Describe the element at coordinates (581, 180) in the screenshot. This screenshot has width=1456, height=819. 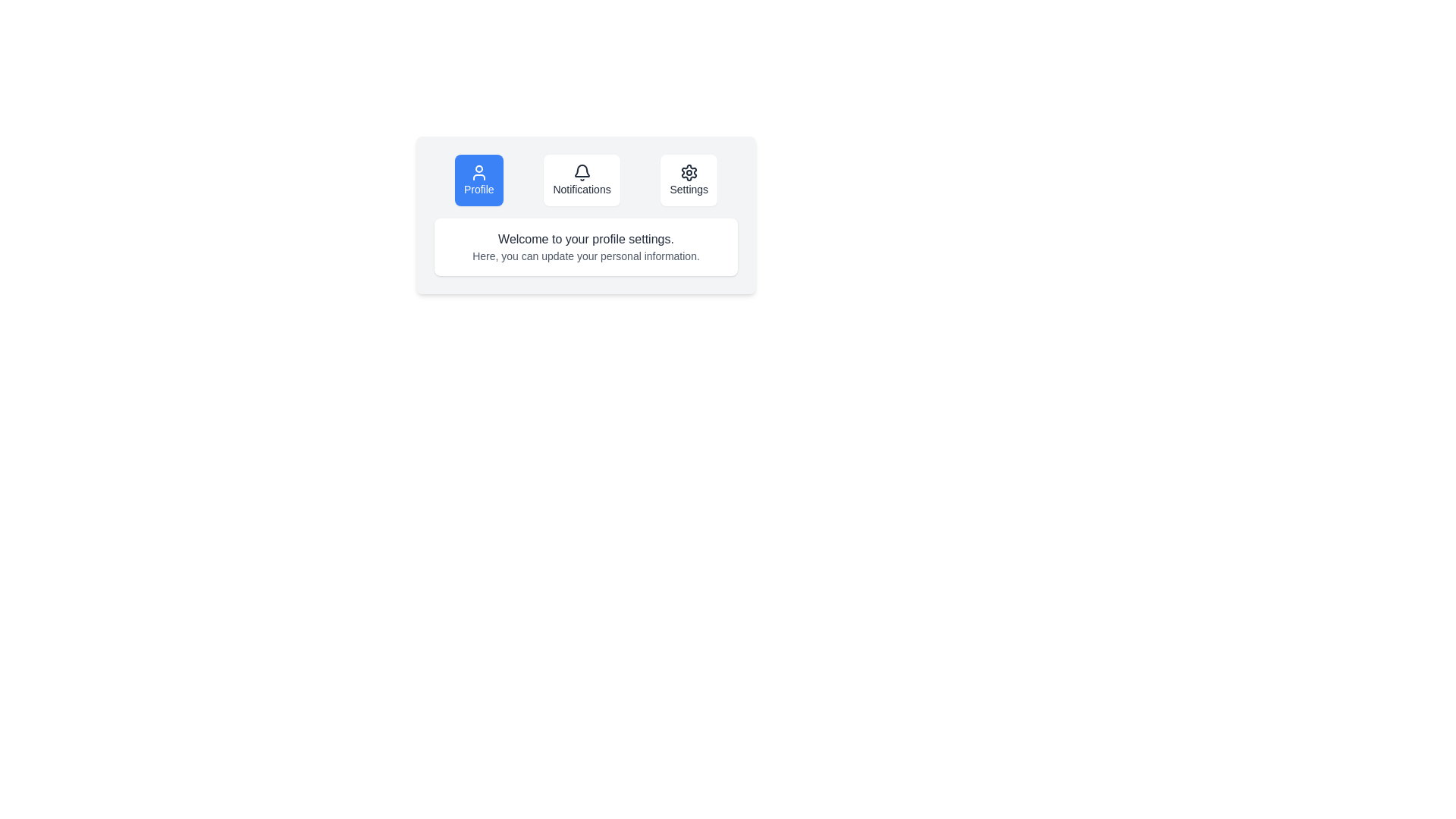
I see `the Notifications tab` at that location.